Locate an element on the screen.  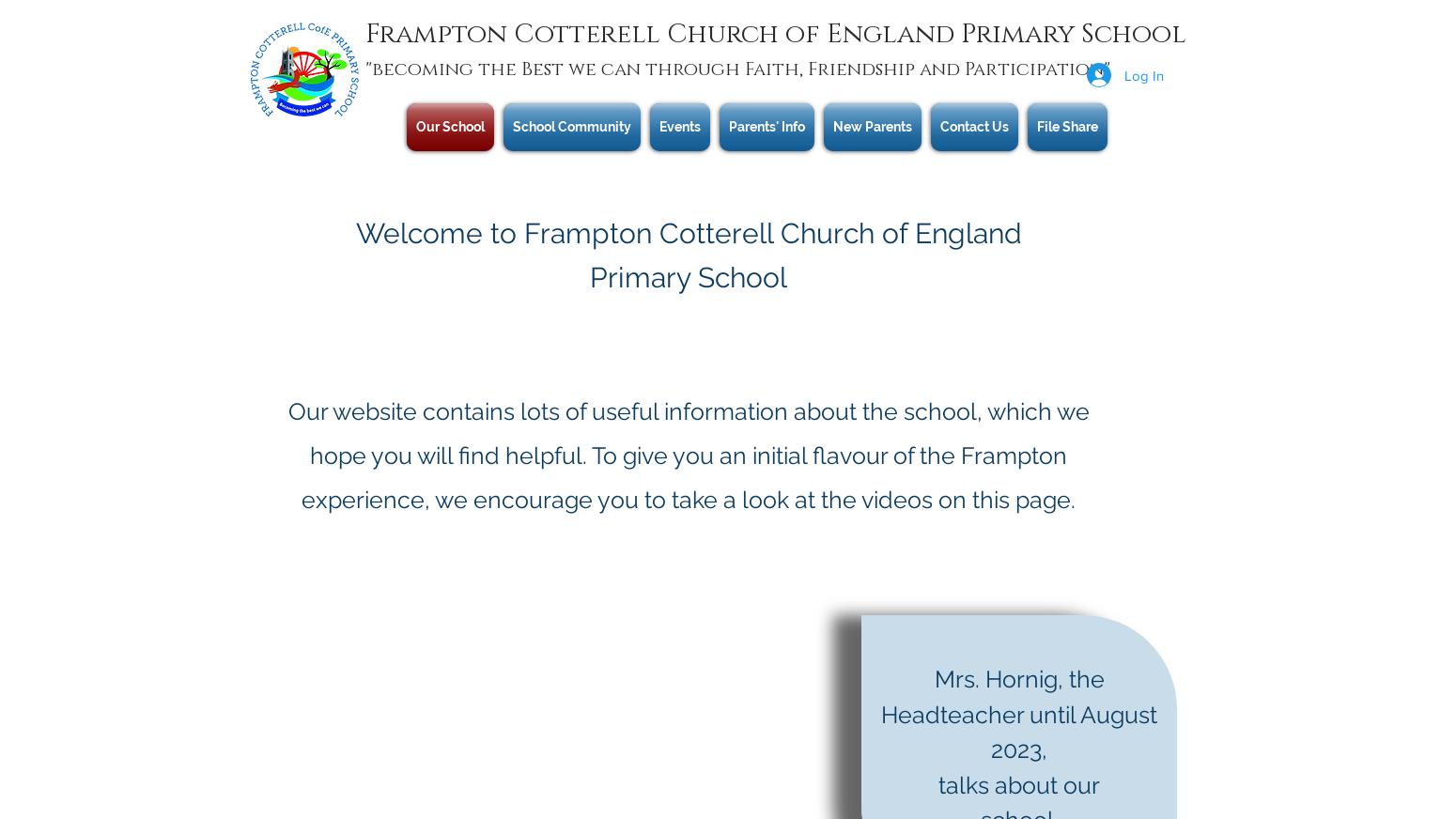
'talks about our' is located at coordinates (1019, 784).